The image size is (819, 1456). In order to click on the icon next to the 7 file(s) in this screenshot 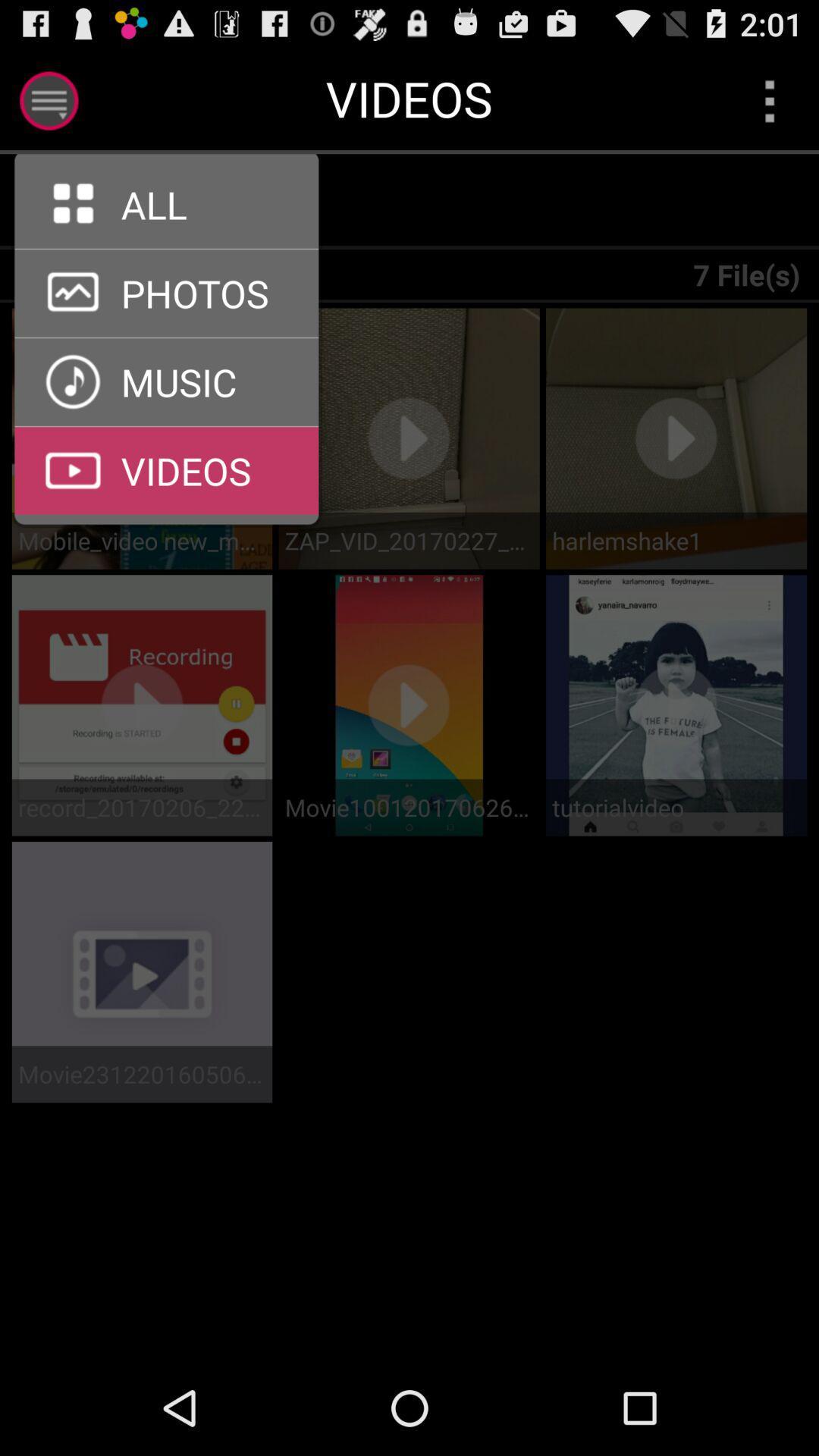, I will do `click(175, 201)`.